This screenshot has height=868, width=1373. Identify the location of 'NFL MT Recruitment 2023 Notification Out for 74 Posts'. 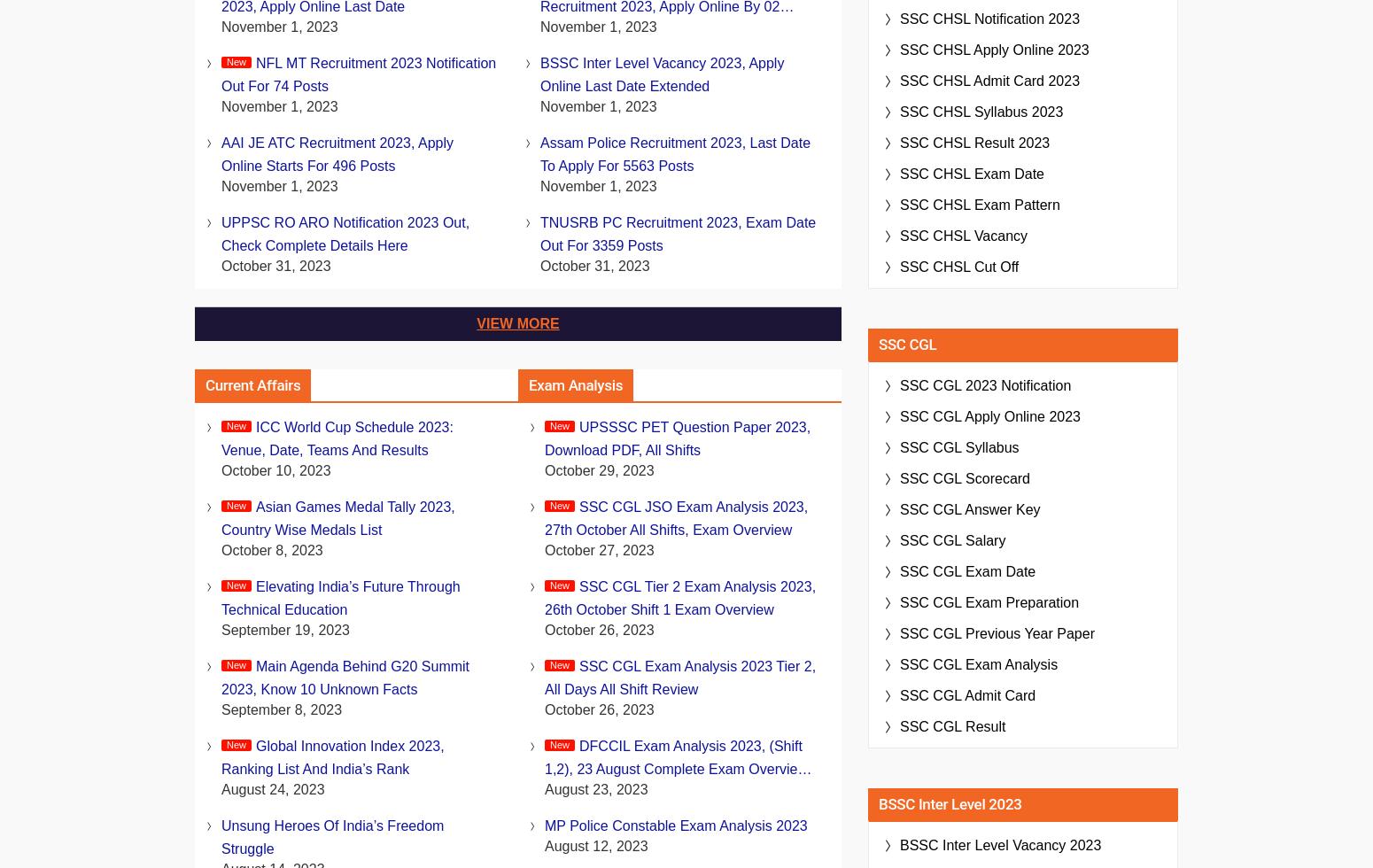
(221, 74).